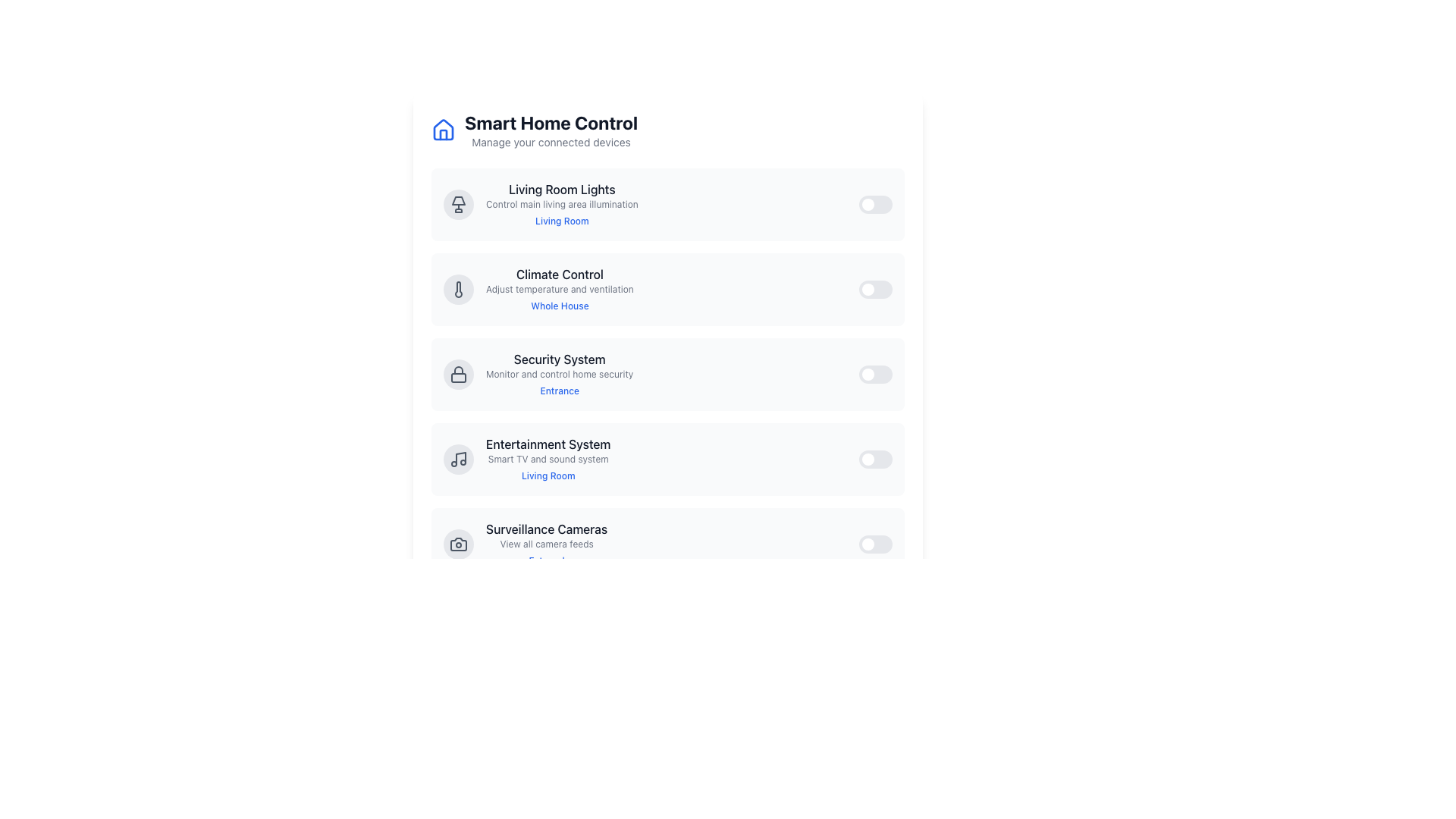 This screenshot has width=1456, height=819. Describe the element at coordinates (526, 543) in the screenshot. I see `the bottommost list item in the surveillance camera feeds section to trigger tooltip or hover effects` at that location.